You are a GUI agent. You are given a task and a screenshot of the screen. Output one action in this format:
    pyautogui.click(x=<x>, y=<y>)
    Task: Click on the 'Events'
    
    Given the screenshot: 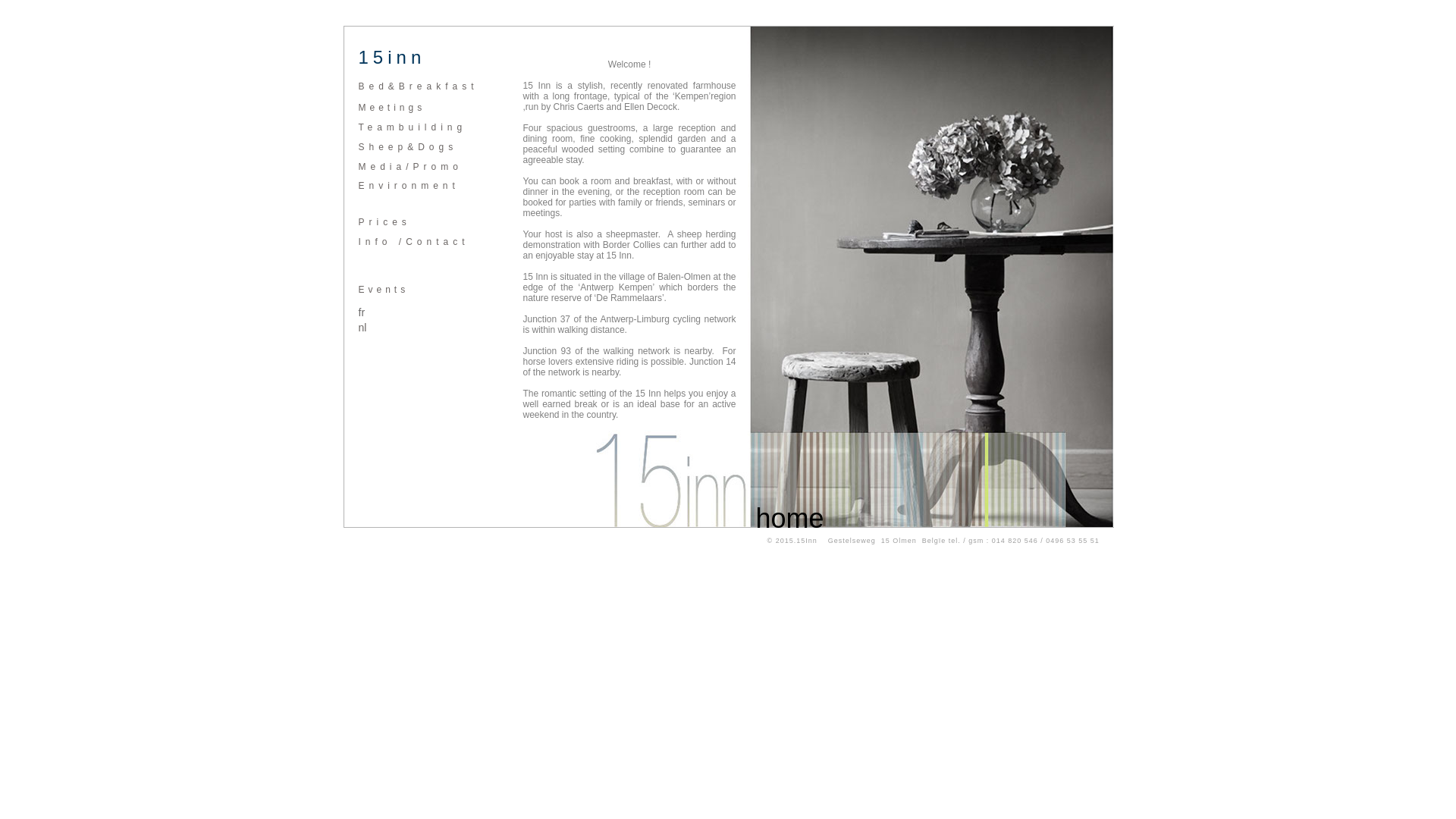 What is the action you would take?
    pyautogui.click(x=383, y=289)
    